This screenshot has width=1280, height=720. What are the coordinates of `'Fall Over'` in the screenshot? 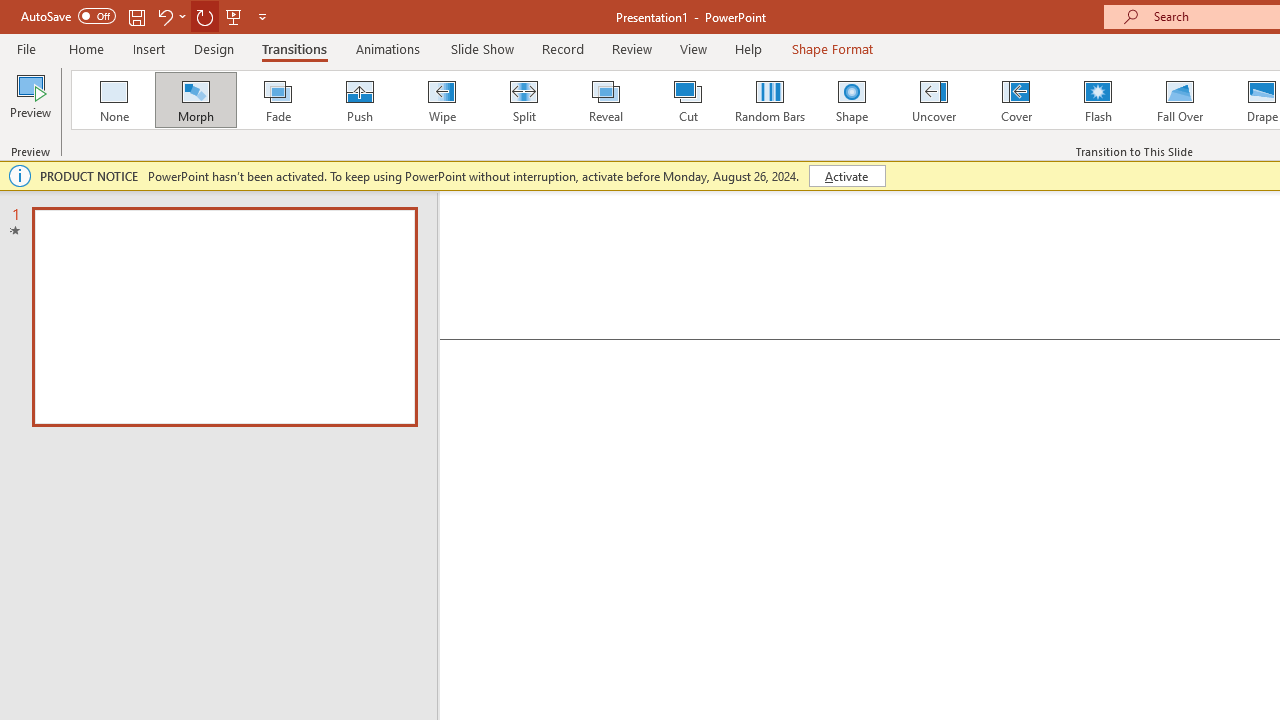 It's located at (1180, 100).